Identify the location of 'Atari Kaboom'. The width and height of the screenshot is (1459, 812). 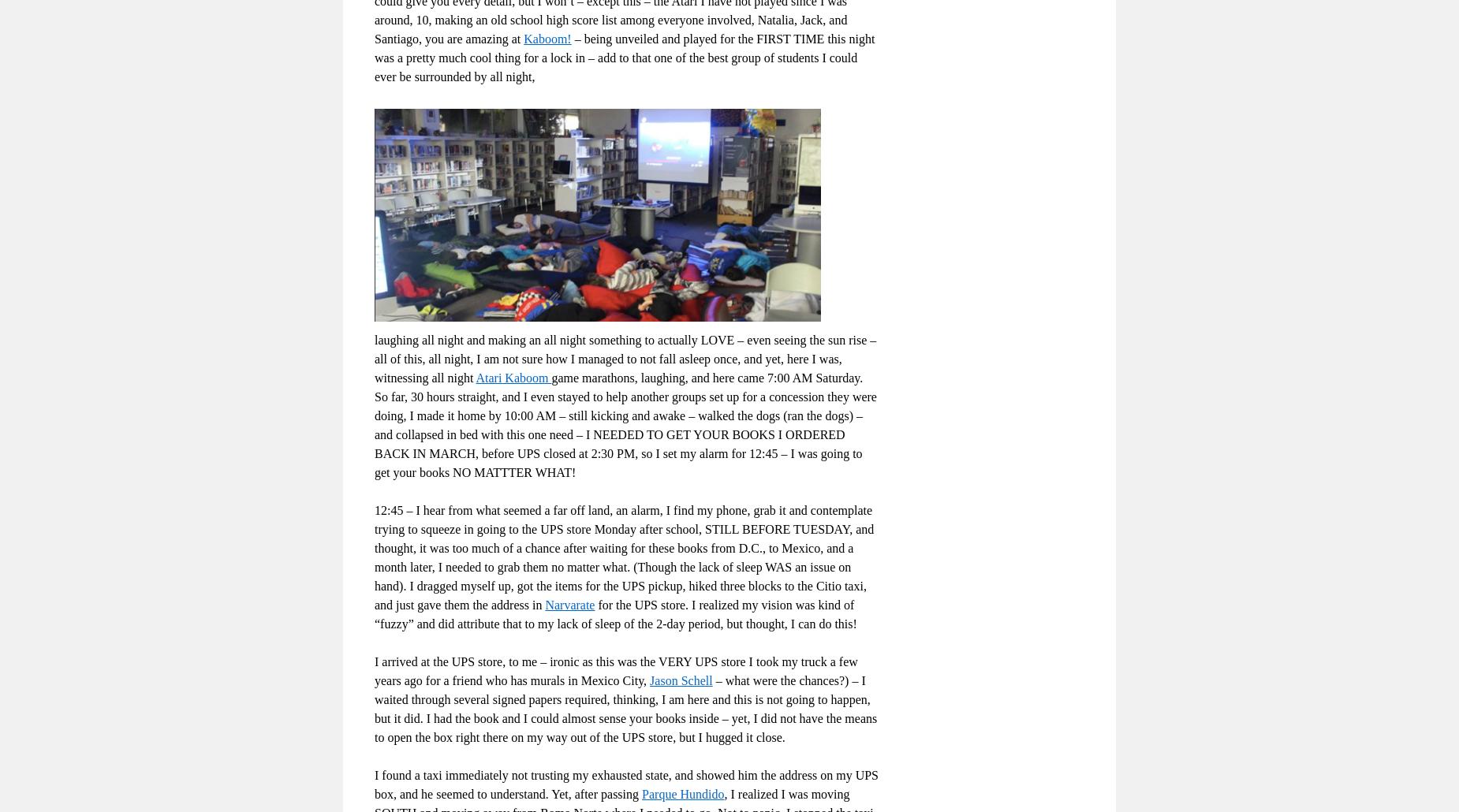
(513, 376).